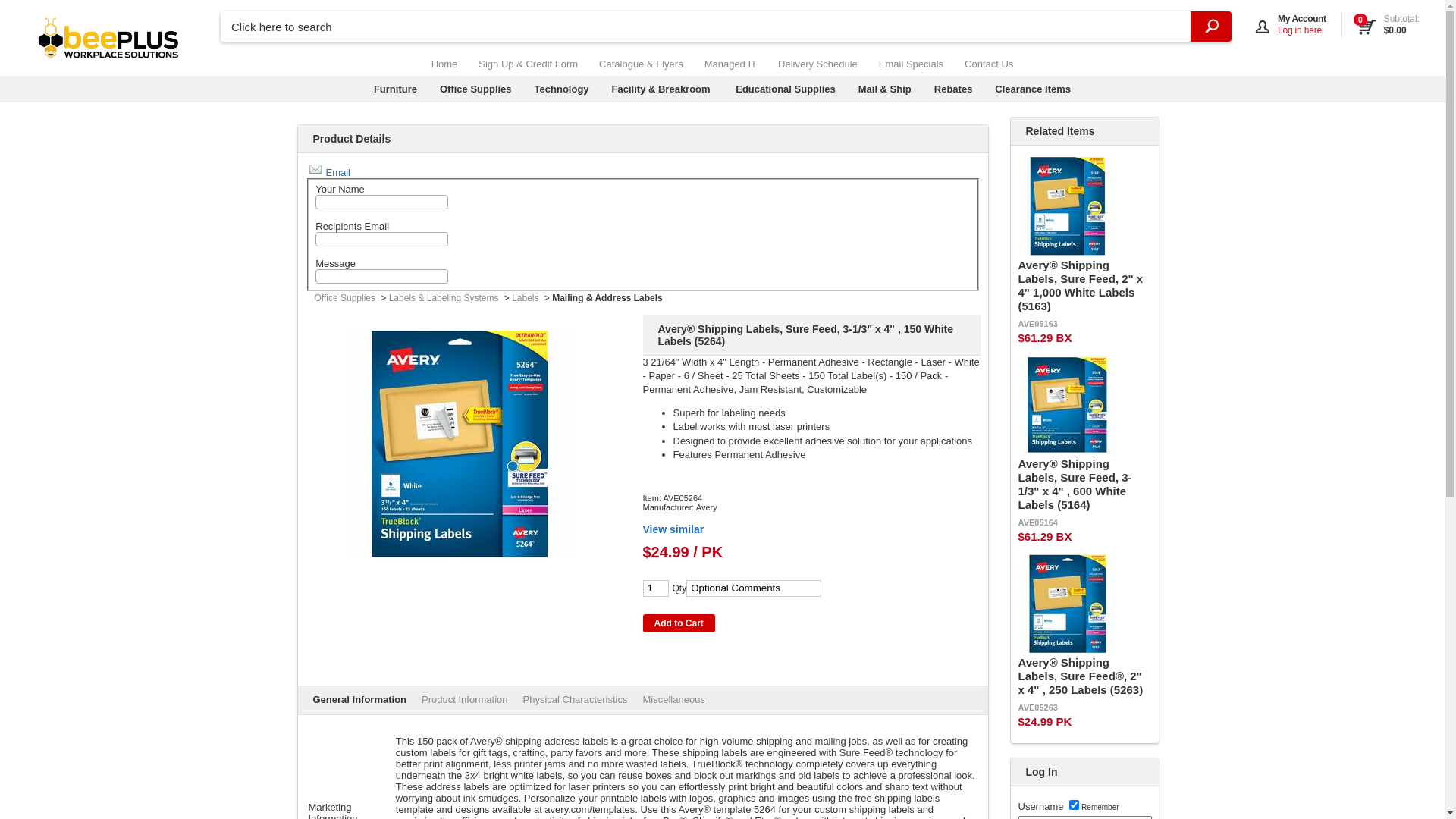 The height and width of the screenshot is (819, 1456). I want to click on 'Email', so click(327, 171).